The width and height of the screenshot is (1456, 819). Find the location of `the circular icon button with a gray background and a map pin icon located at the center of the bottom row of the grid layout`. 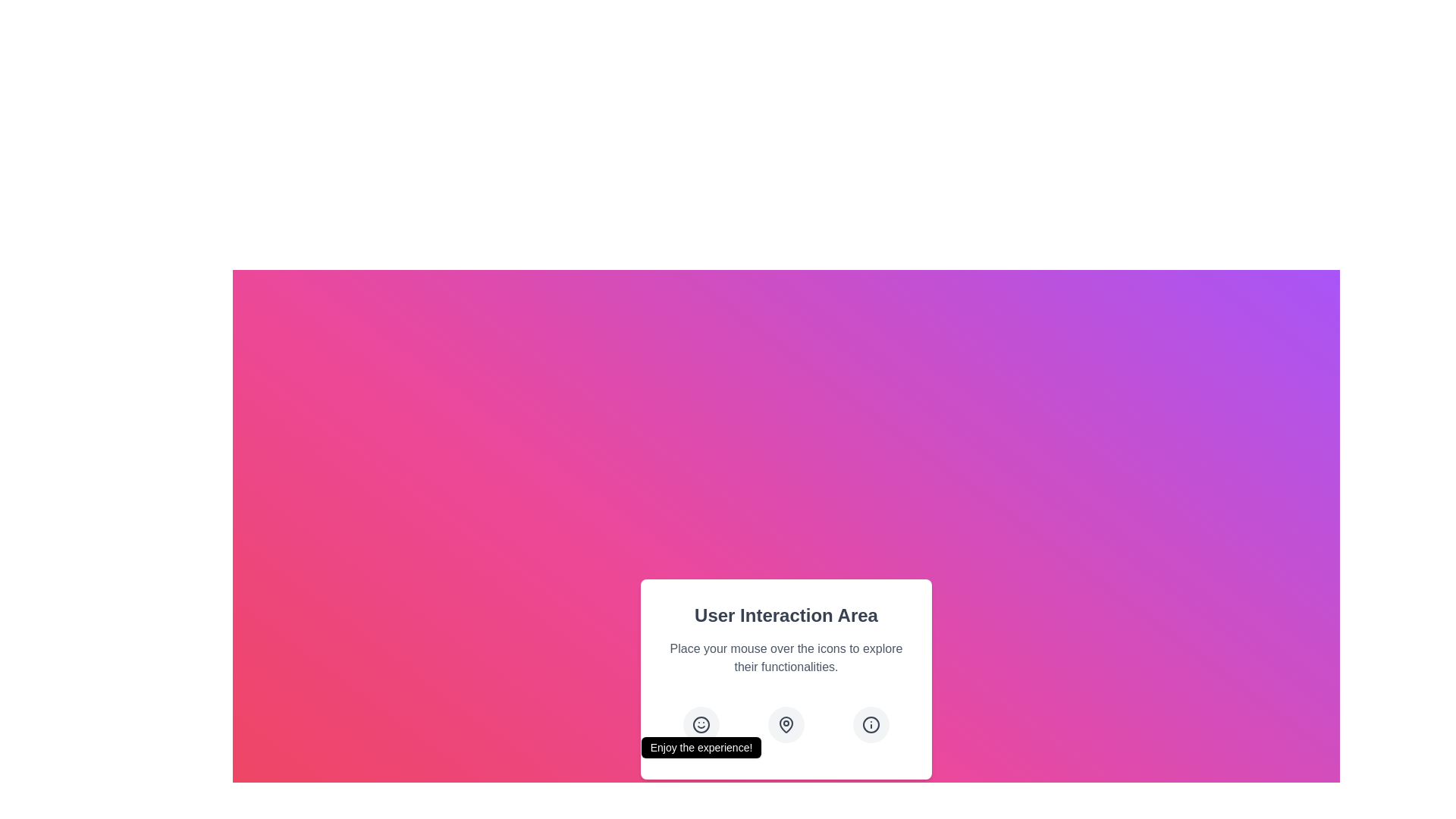

the circular icon button with a gray background and a map pin icon located at the center of the bottom row of the grid layout is located at coordinates (786, 724).